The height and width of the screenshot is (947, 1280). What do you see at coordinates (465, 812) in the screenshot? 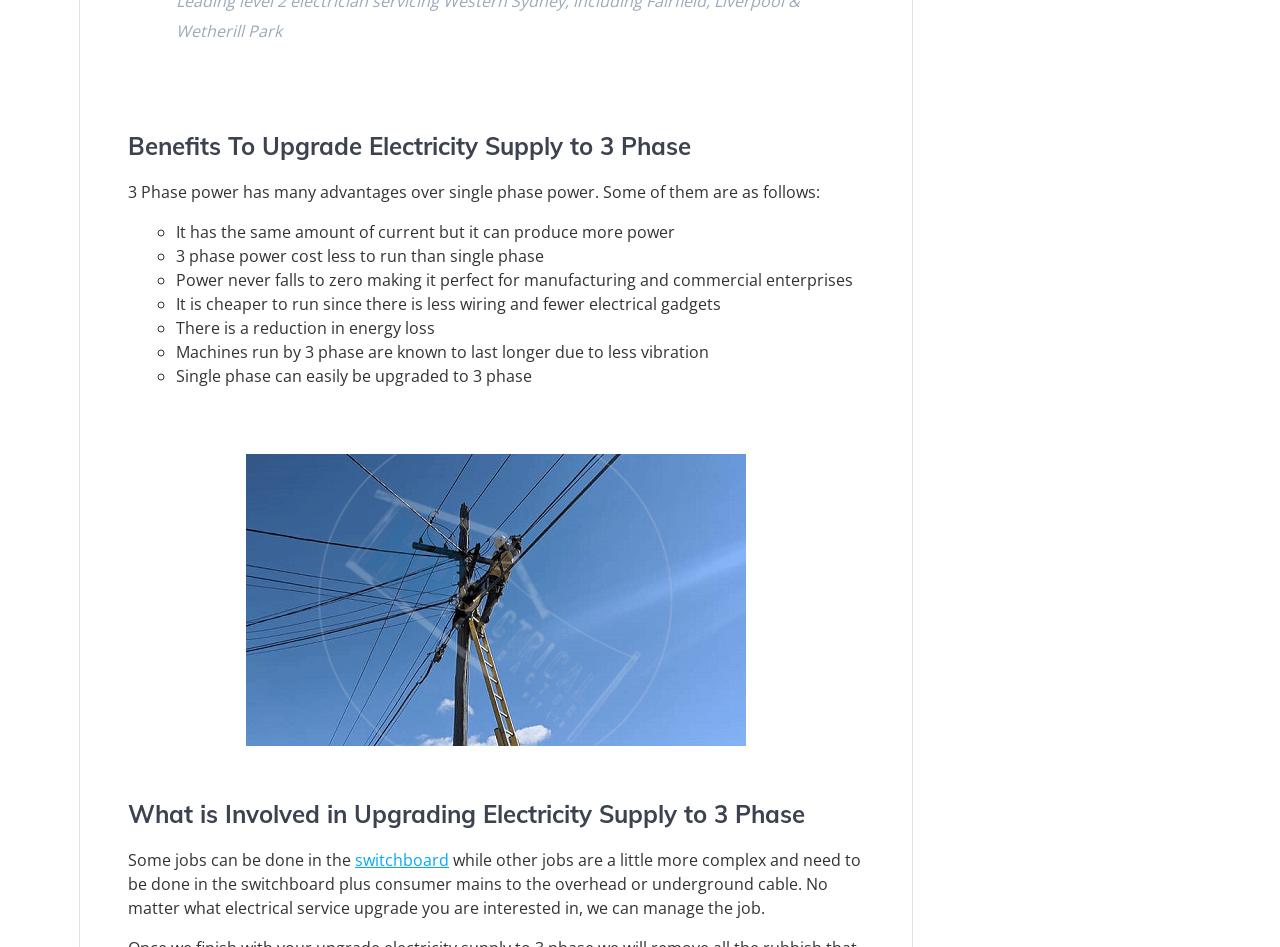
I see `'What is Involved in Upgrading Electricity Supply to 3 Phase'` at bounding box center [465, 812].